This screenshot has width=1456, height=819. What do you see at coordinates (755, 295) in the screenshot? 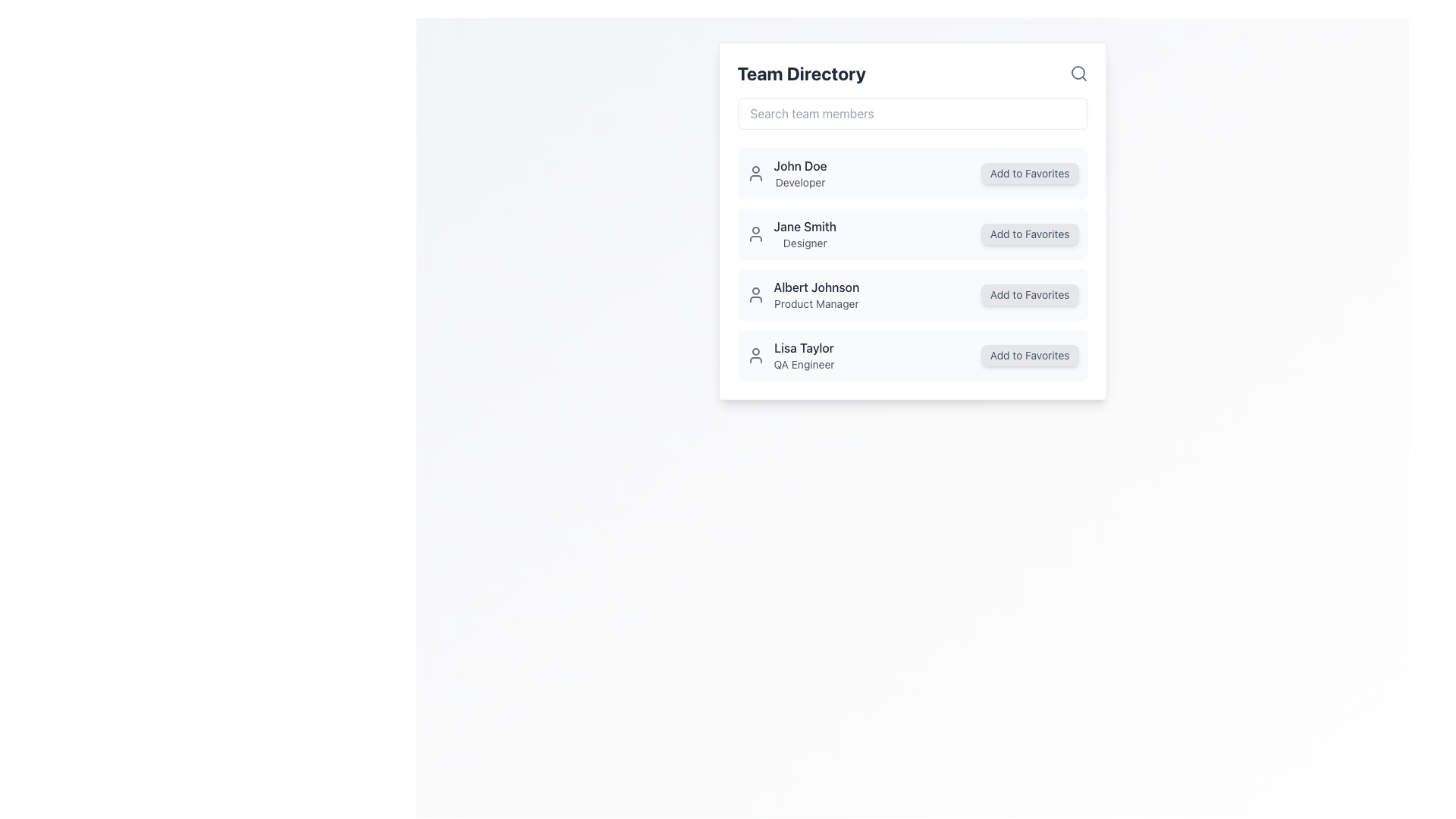
I see `the user icon represented as a generic human silhouette symbol for 'Albert Johnson, Product Manager', located to the left of the text in the team member list` at bounding box center [755, 295].